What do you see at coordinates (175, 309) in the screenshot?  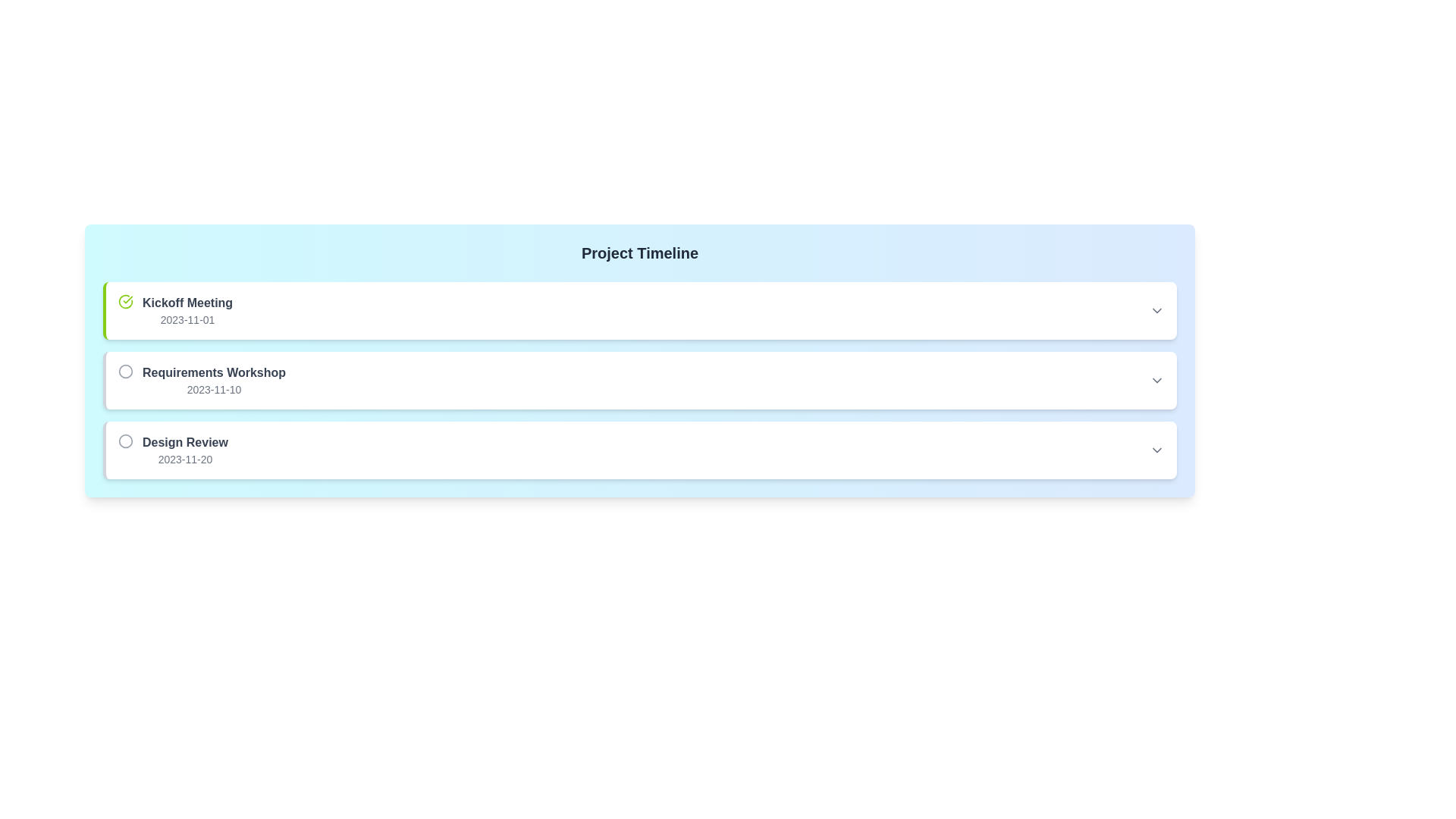 I see `the list entry indicating the 'Kickoff Meeting' with a green checkmark status, which is the first element in the vertical list` at bounding box center [175, 309].